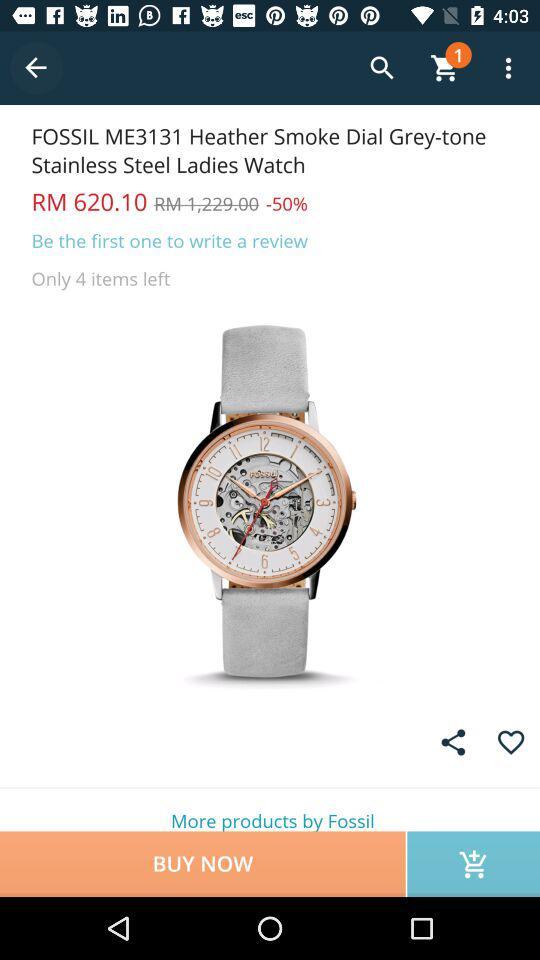 The height and width of the screenshot is (960, 540). Describe the element at coordinates (270, 810) in the screenshot. I see `the item above buy now item` at that location.